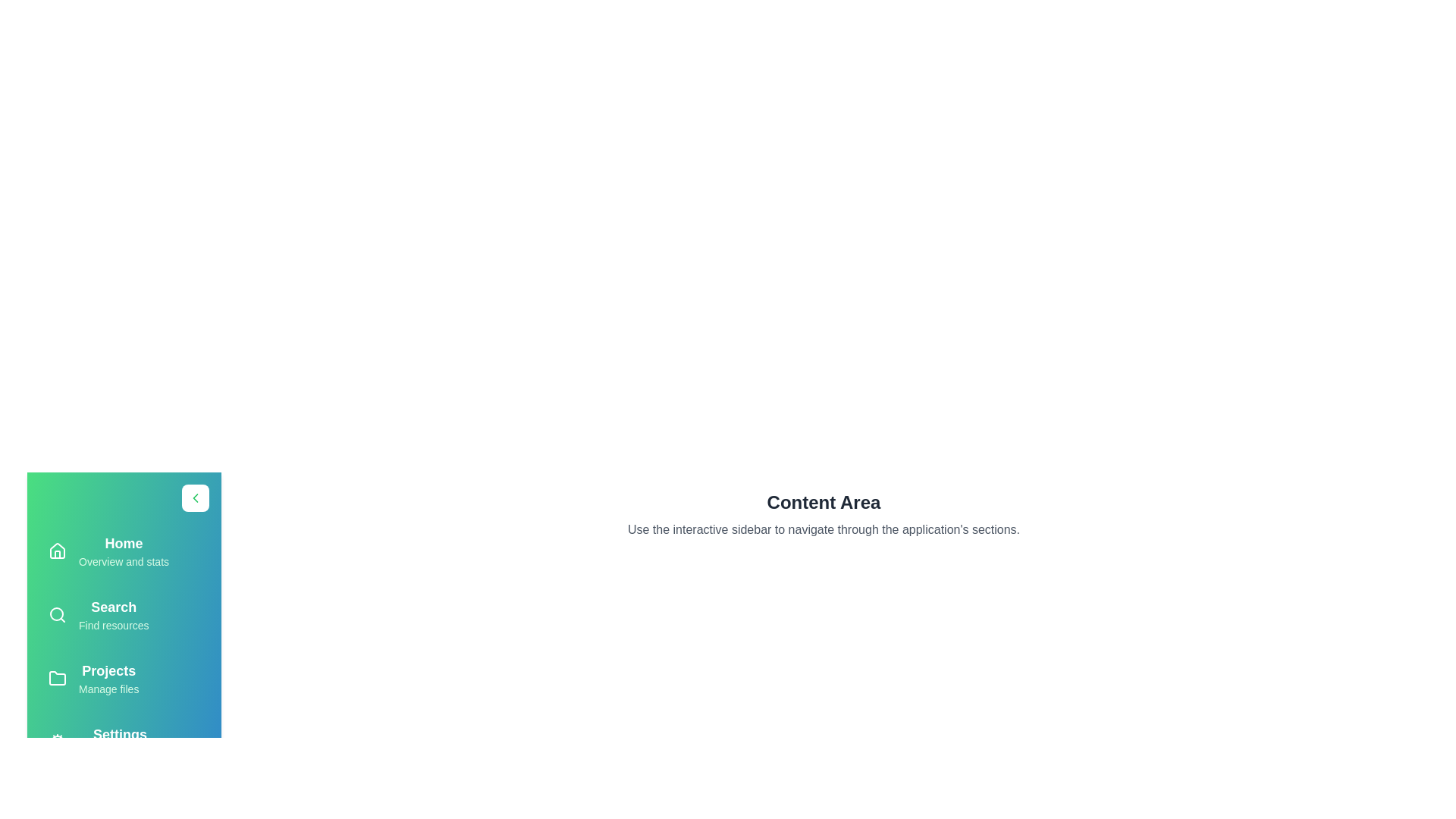 Image resolution: width=1456 pixels, height=819 pixels. I want to click on the menu item labeled Search in the sidebar, so click(124, 614).